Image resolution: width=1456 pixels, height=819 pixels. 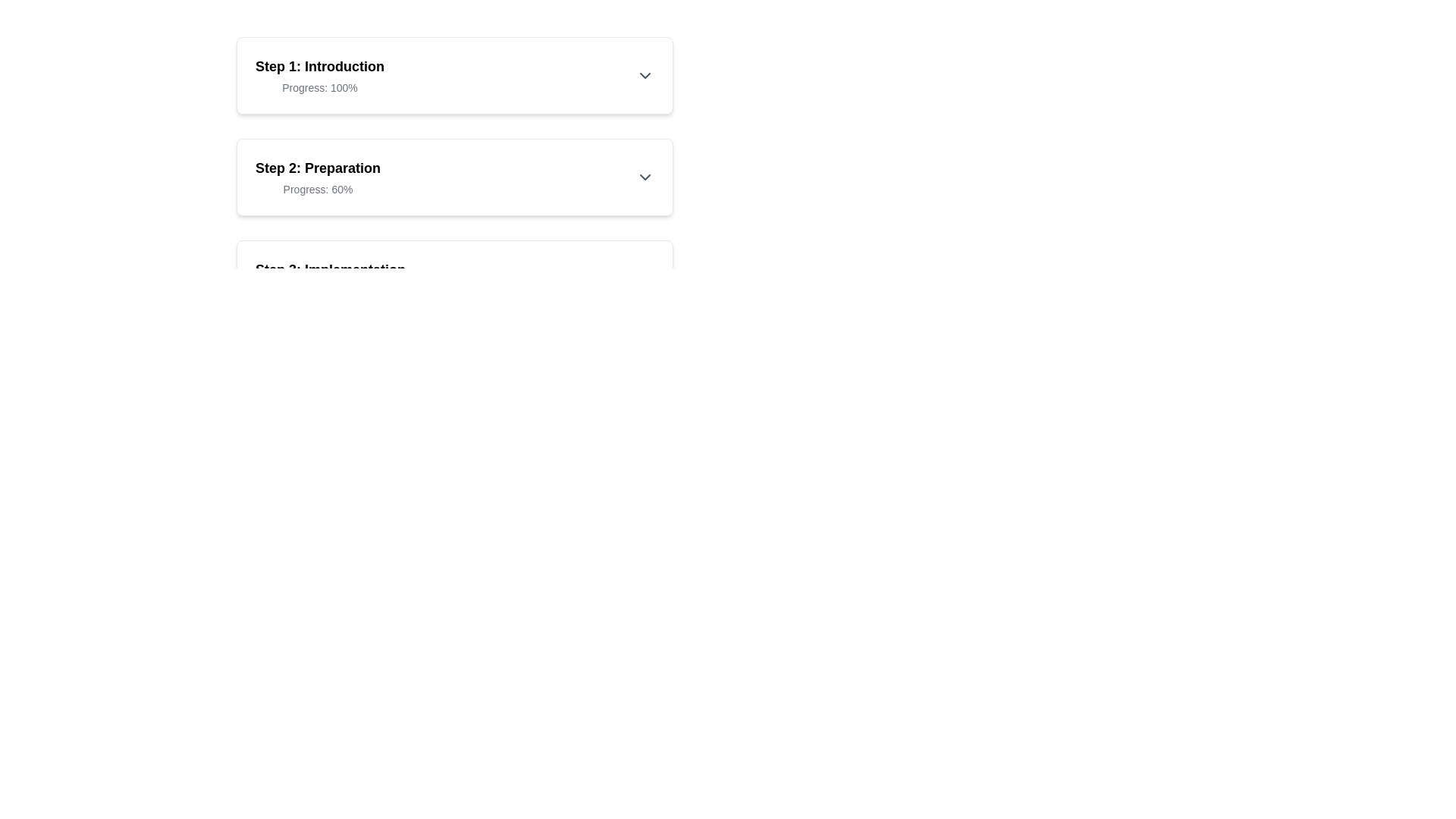 I want to click on the prominently styled text label displaying 'Step 1: Introduction', which is part of a step-wise progress indicator, so click(x=319, y=66).